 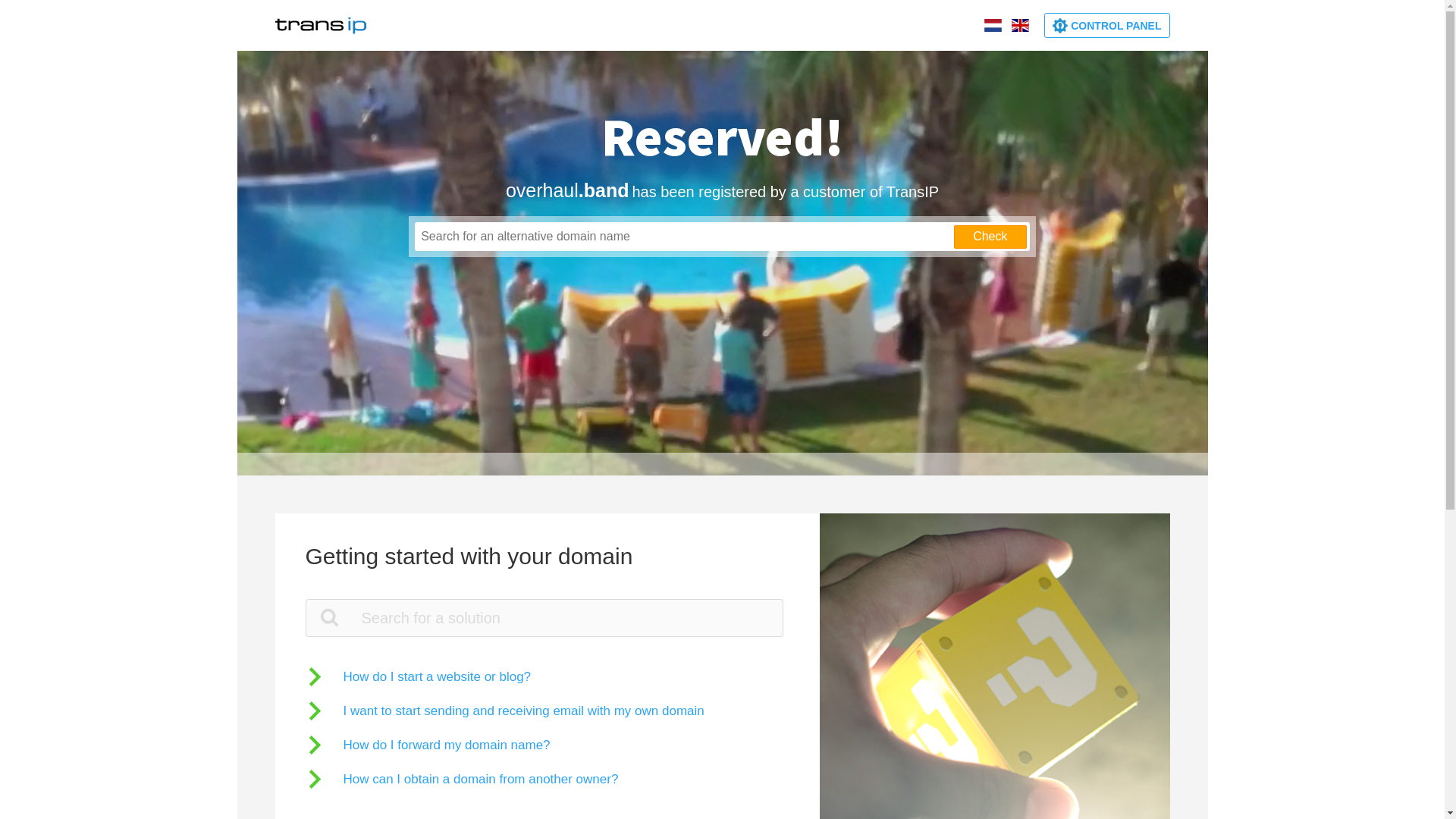 I want to click on 'Check', so click(x=990, y=237).